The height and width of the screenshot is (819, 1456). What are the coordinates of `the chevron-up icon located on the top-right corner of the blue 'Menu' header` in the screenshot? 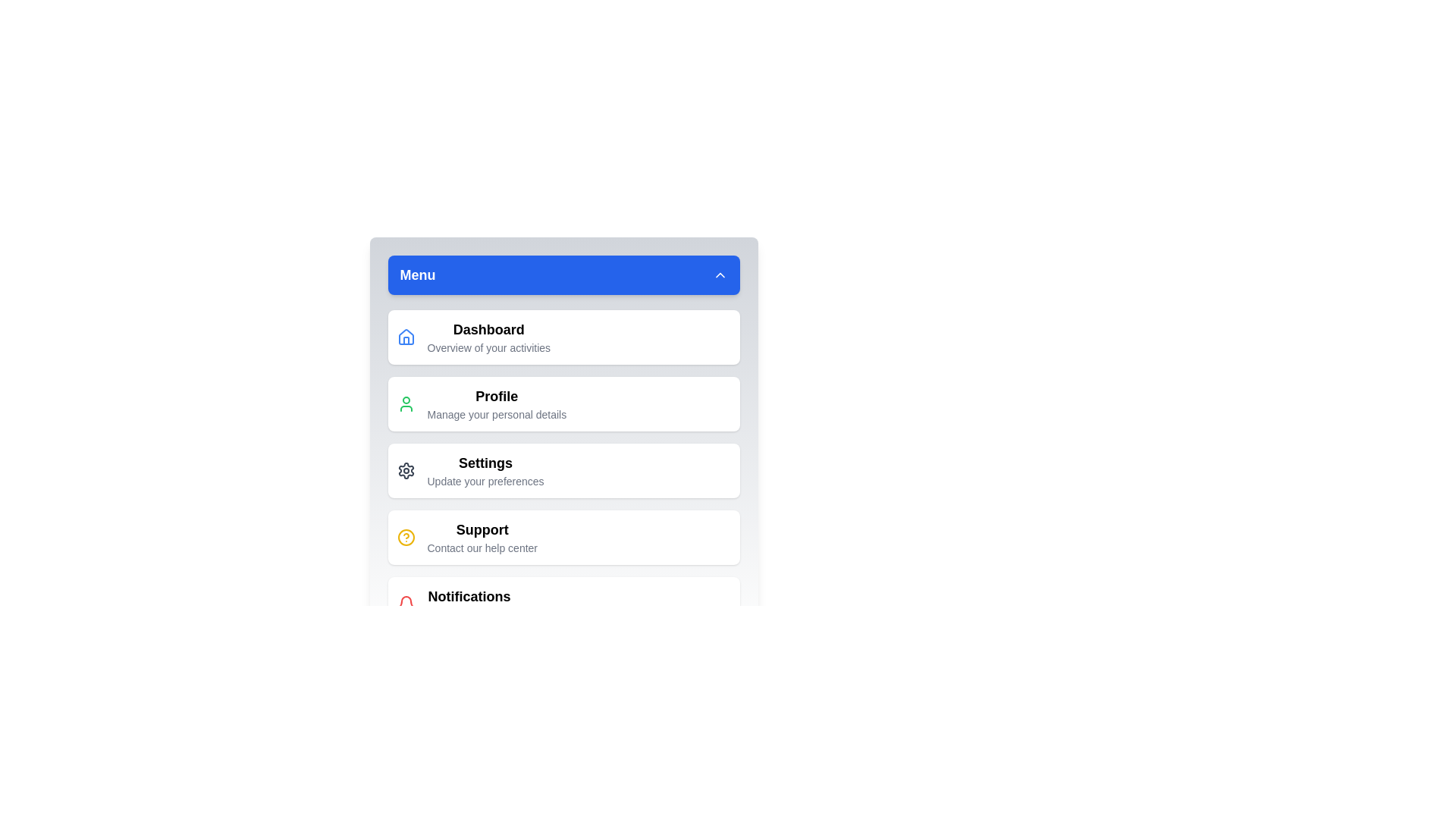 It's located at (719, 275).